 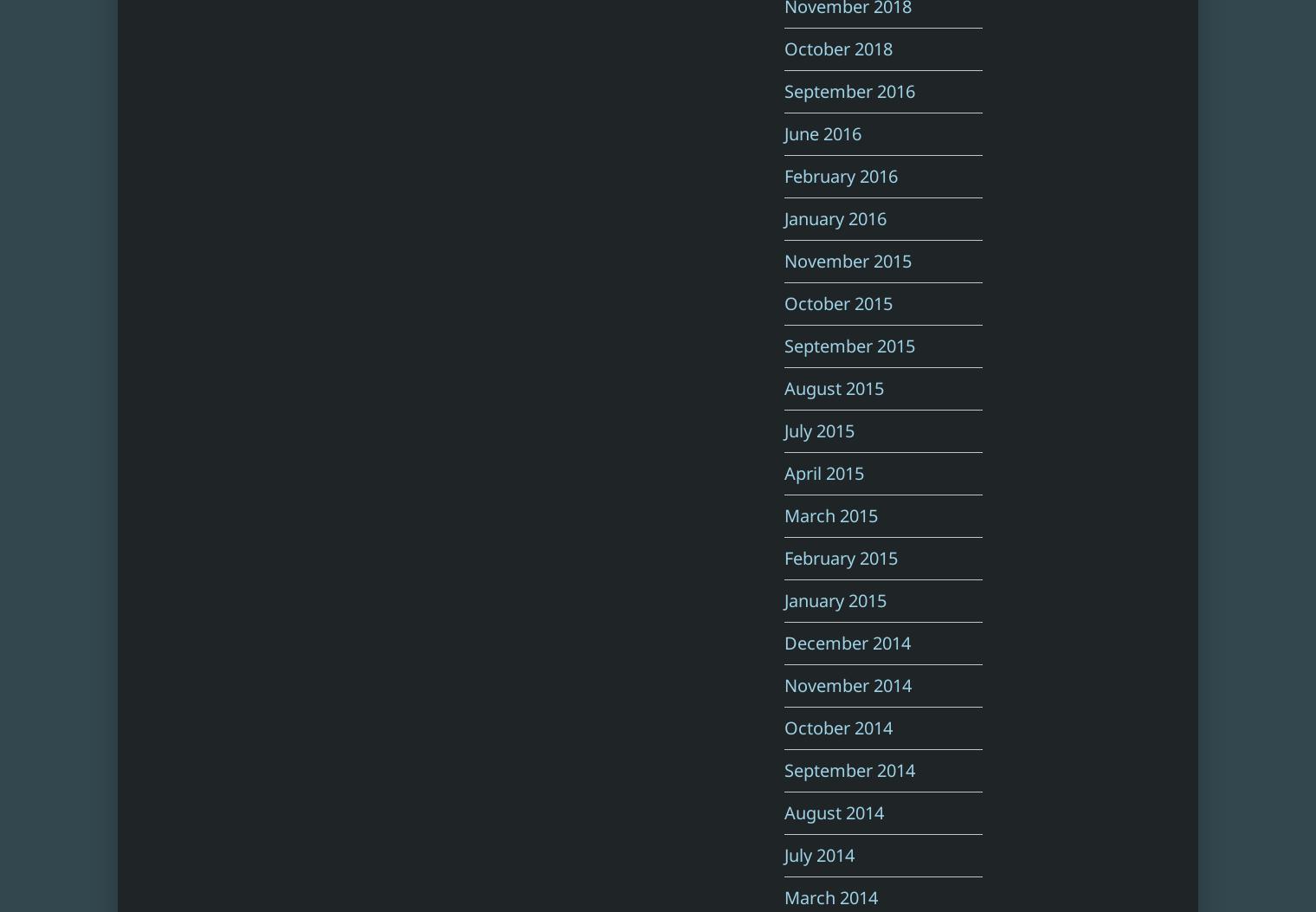 I want to click on 'March 2015', so click(x=784, y=515).